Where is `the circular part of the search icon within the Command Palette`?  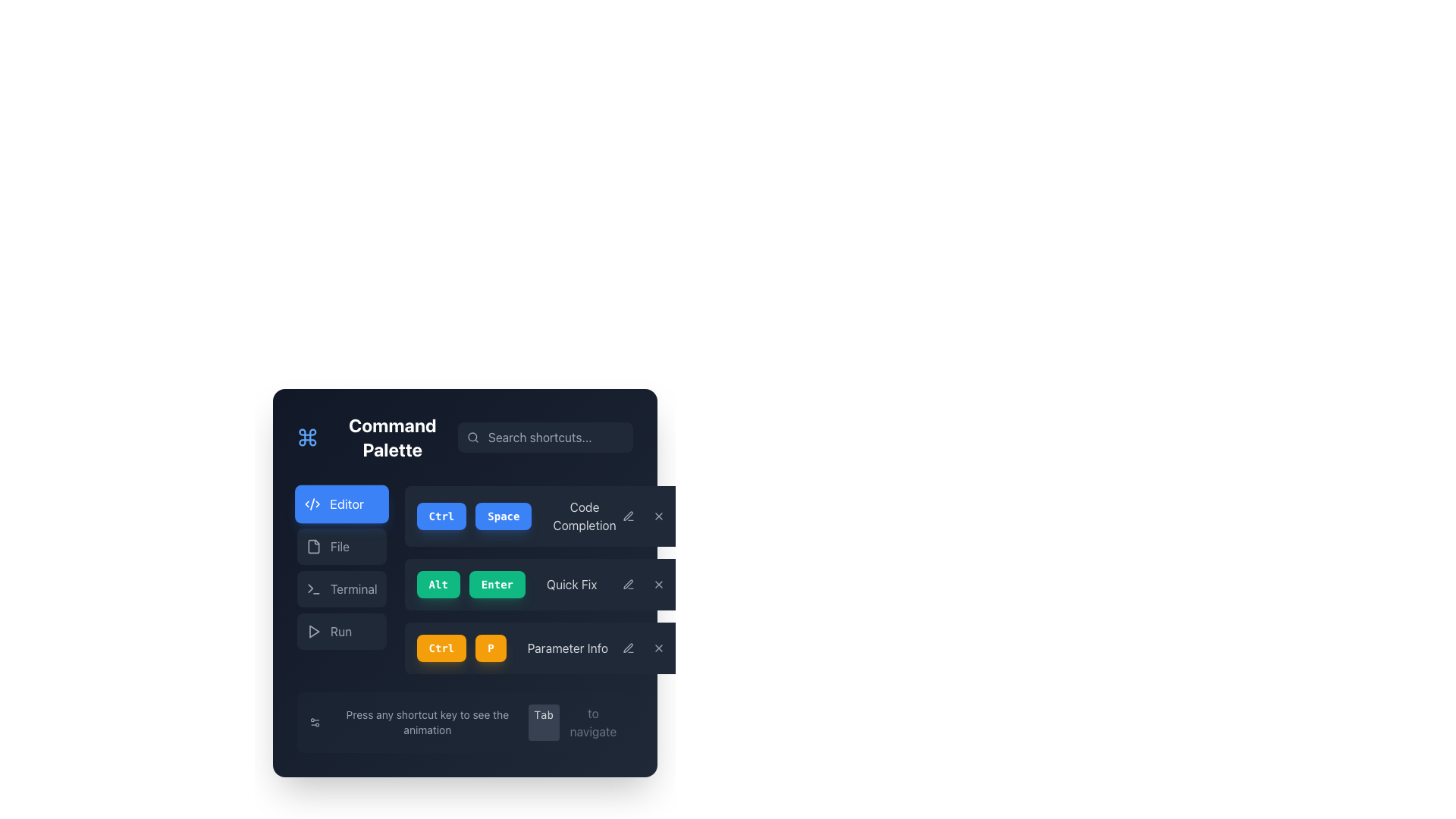 the circular part of the search icon within the Command Palette is located at coordinates (472, 437).